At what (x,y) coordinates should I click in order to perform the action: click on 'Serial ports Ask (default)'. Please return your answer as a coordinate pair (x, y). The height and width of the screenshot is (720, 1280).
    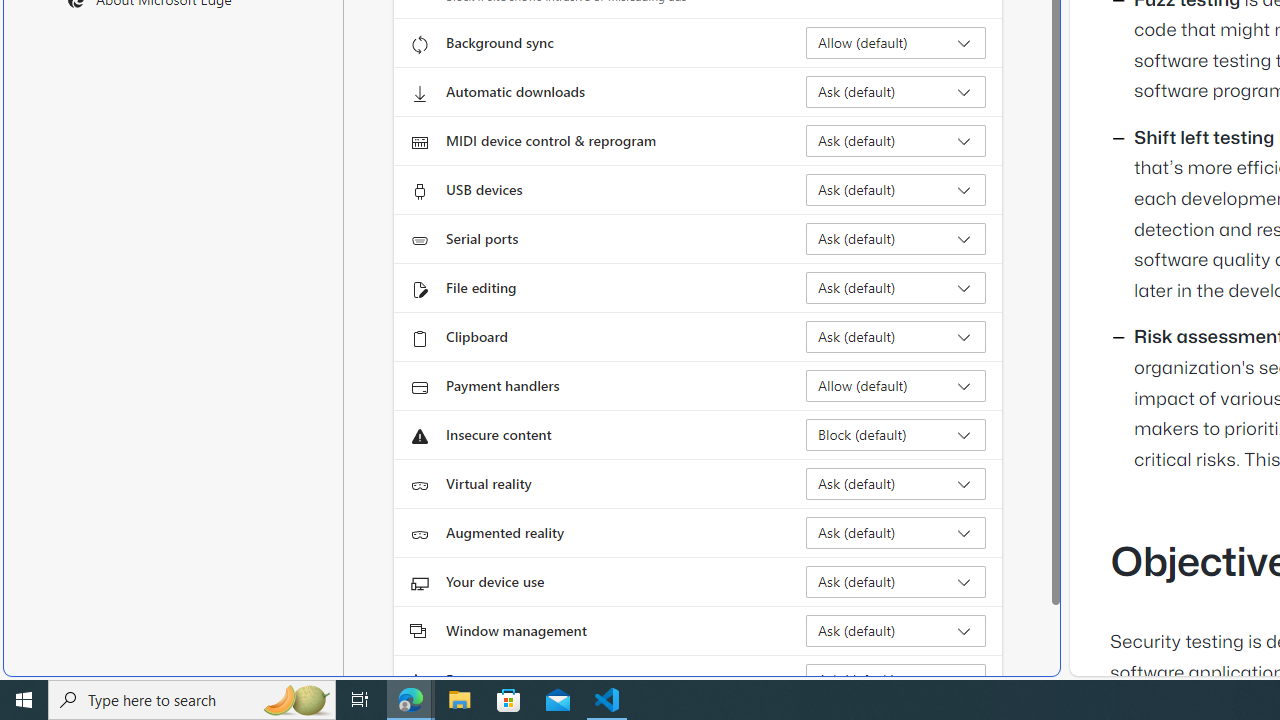
    Looking at the image, I should click on (895, 238).